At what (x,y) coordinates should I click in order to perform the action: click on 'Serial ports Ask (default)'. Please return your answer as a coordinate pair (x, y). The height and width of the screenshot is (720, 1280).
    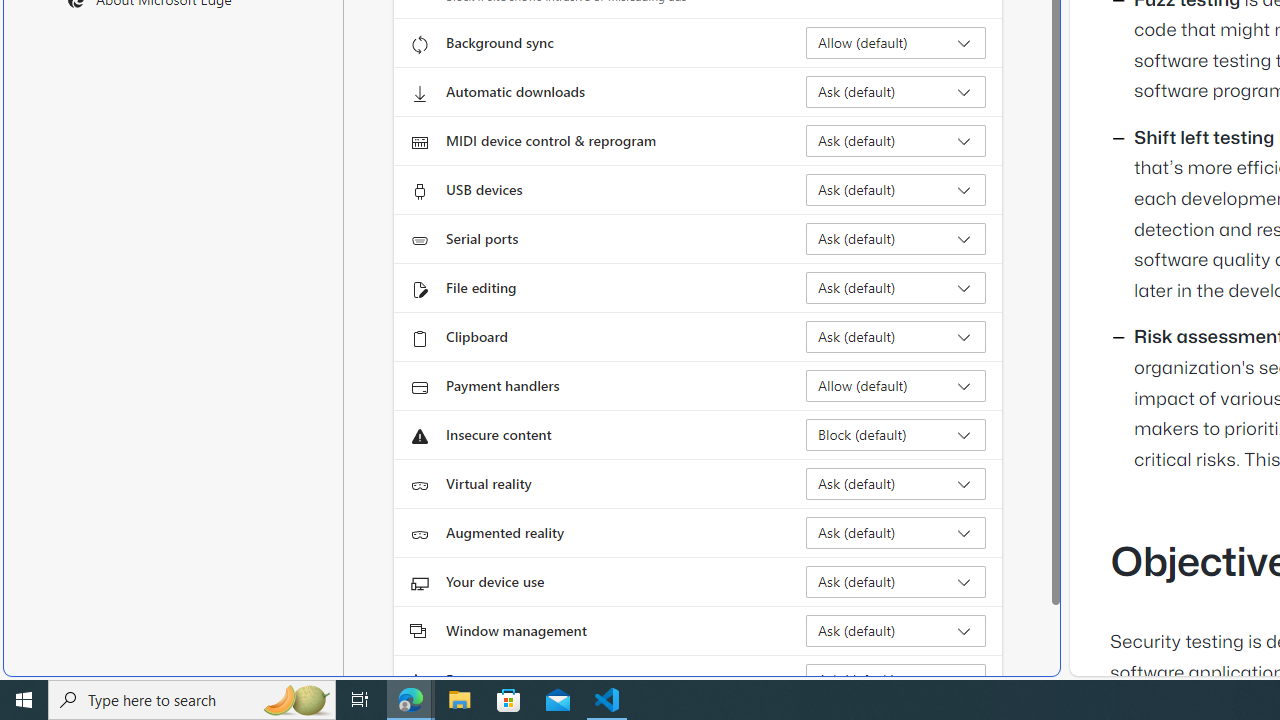
    Looking at the image, I should click on (895, 238).